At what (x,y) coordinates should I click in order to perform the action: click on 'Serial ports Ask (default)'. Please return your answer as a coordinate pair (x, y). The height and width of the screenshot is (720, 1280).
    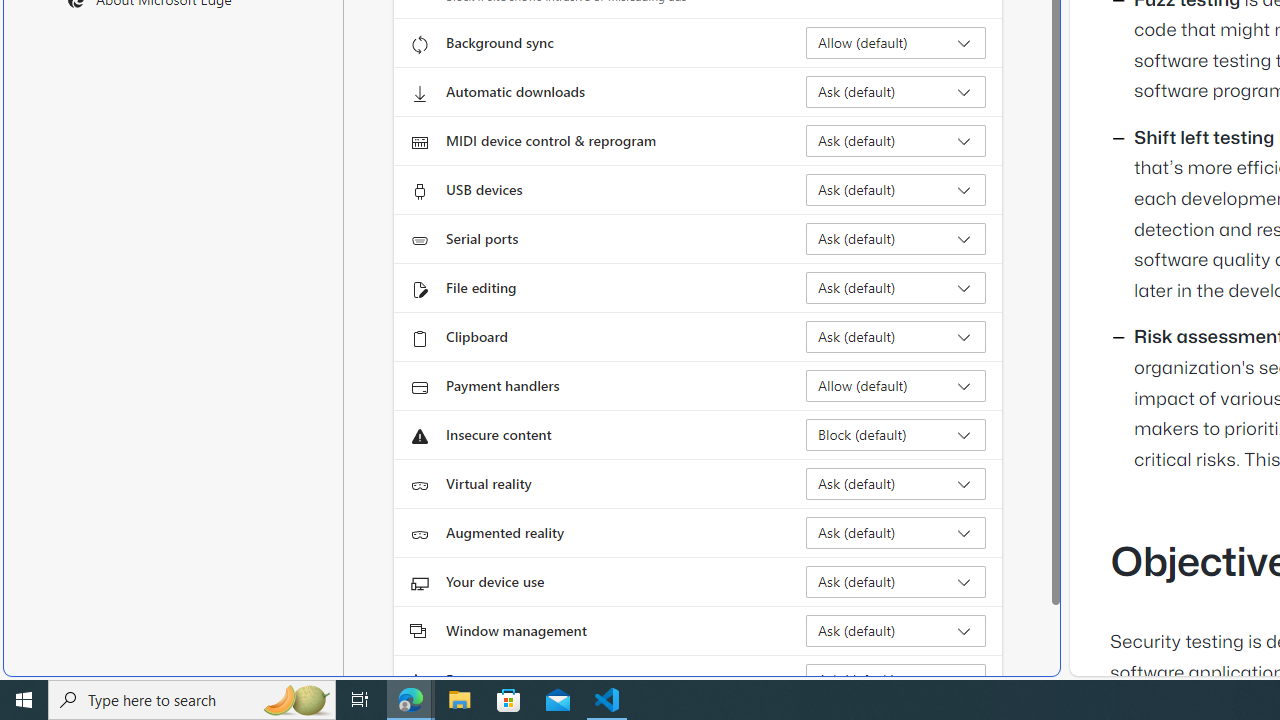
    Looking at the image, I should click on (895, 238).